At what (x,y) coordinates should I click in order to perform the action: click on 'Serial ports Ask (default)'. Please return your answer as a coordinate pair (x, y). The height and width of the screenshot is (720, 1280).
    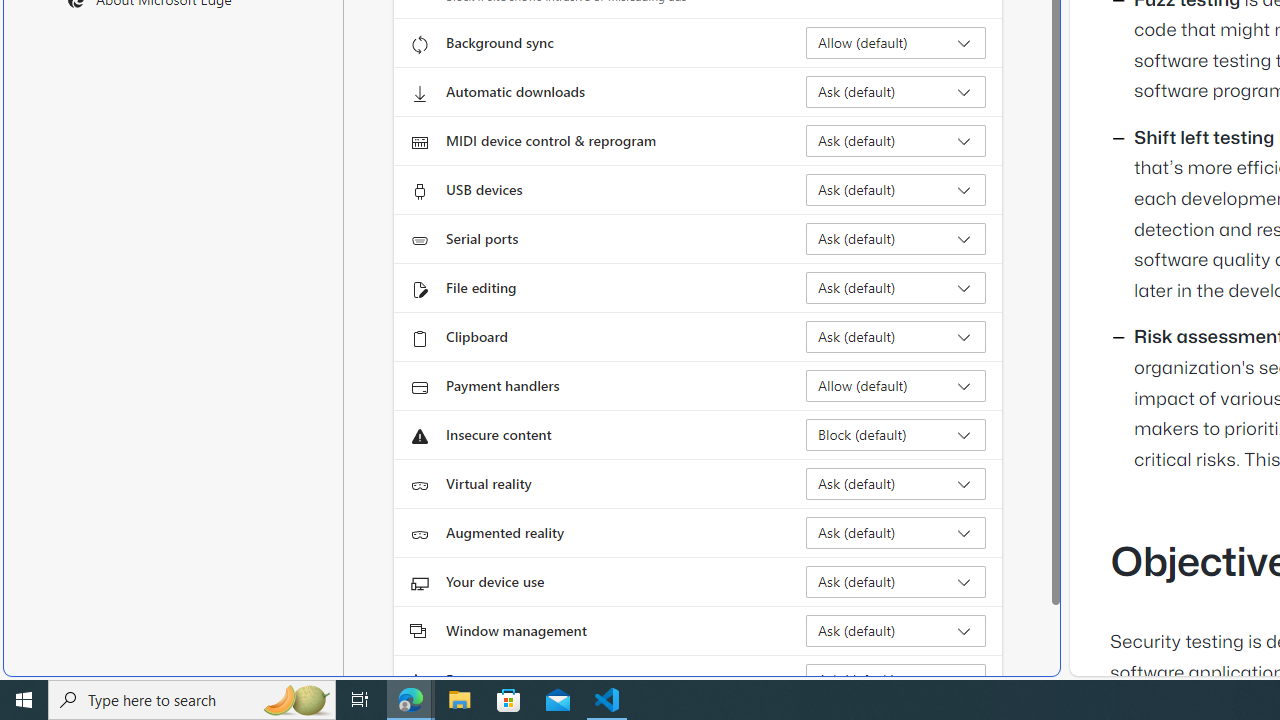
    Looking at the image, I should click on (895, 238).